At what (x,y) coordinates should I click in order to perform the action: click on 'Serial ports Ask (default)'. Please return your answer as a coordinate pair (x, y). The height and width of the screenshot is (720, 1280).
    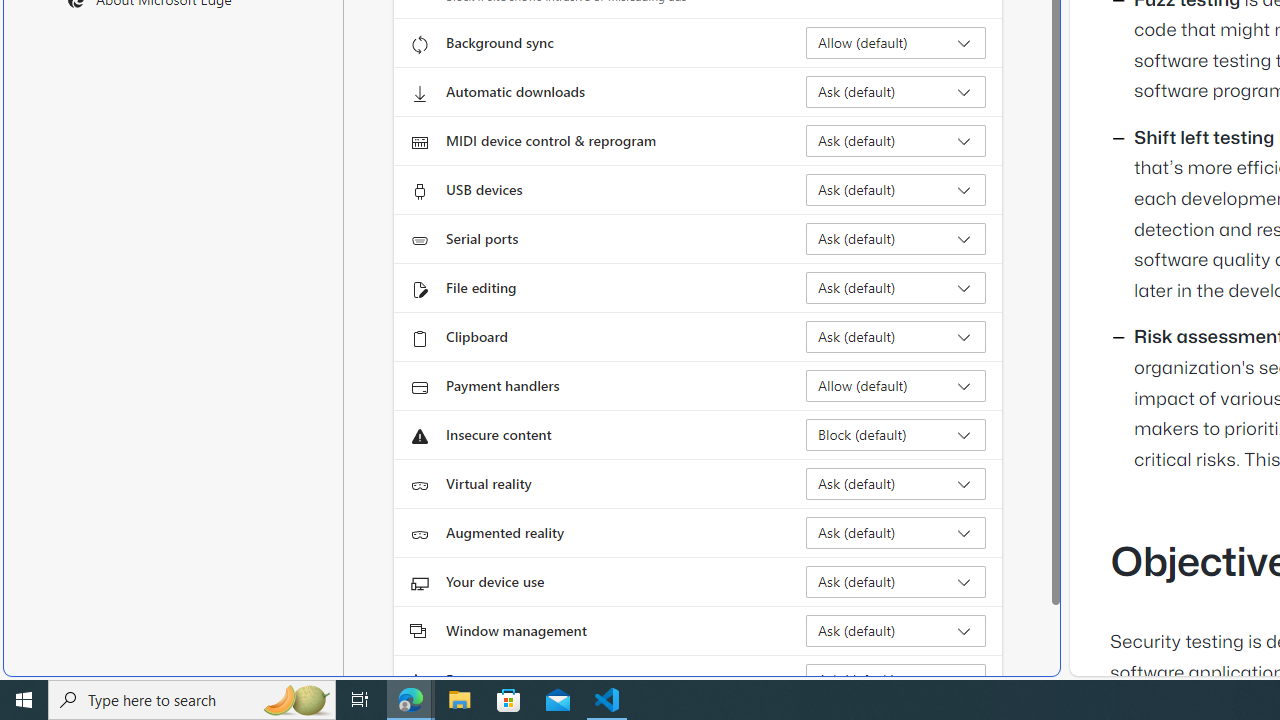
    Looking at the image, I should click on (895, 238).